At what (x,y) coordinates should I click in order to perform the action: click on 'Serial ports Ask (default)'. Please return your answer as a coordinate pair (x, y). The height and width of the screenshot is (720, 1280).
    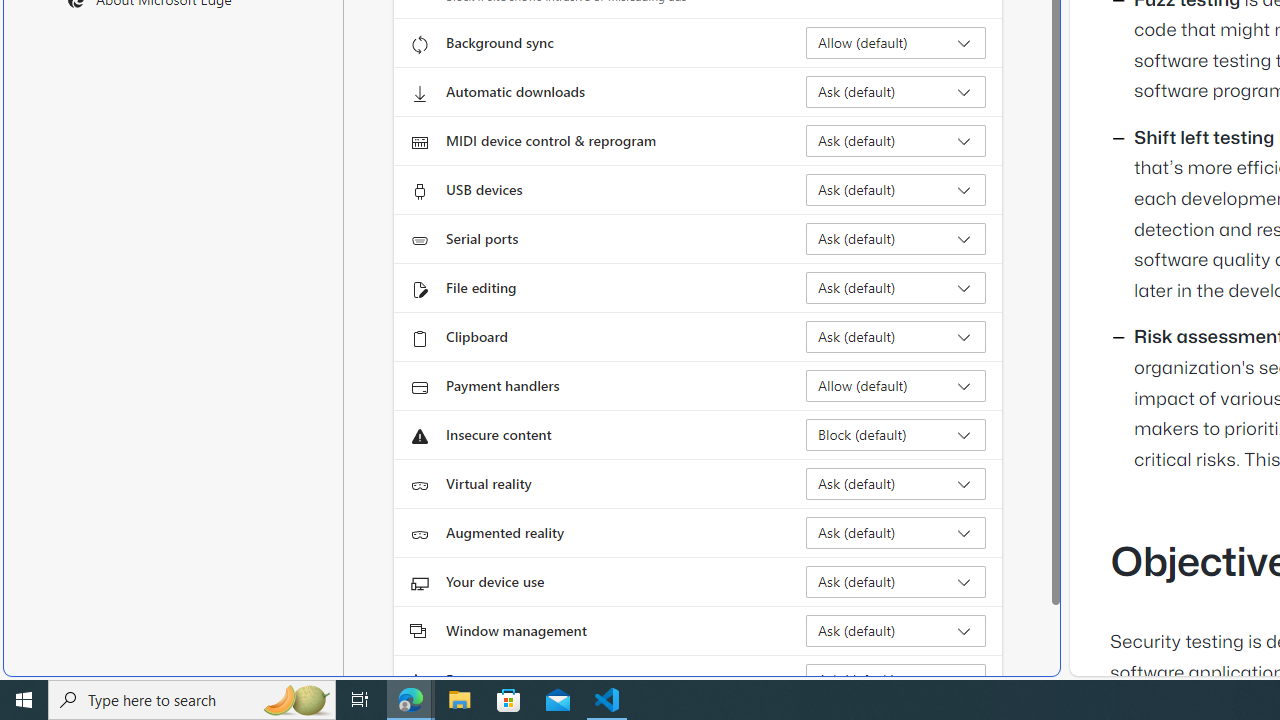
    Looking at the image, I should click on (895, 238).